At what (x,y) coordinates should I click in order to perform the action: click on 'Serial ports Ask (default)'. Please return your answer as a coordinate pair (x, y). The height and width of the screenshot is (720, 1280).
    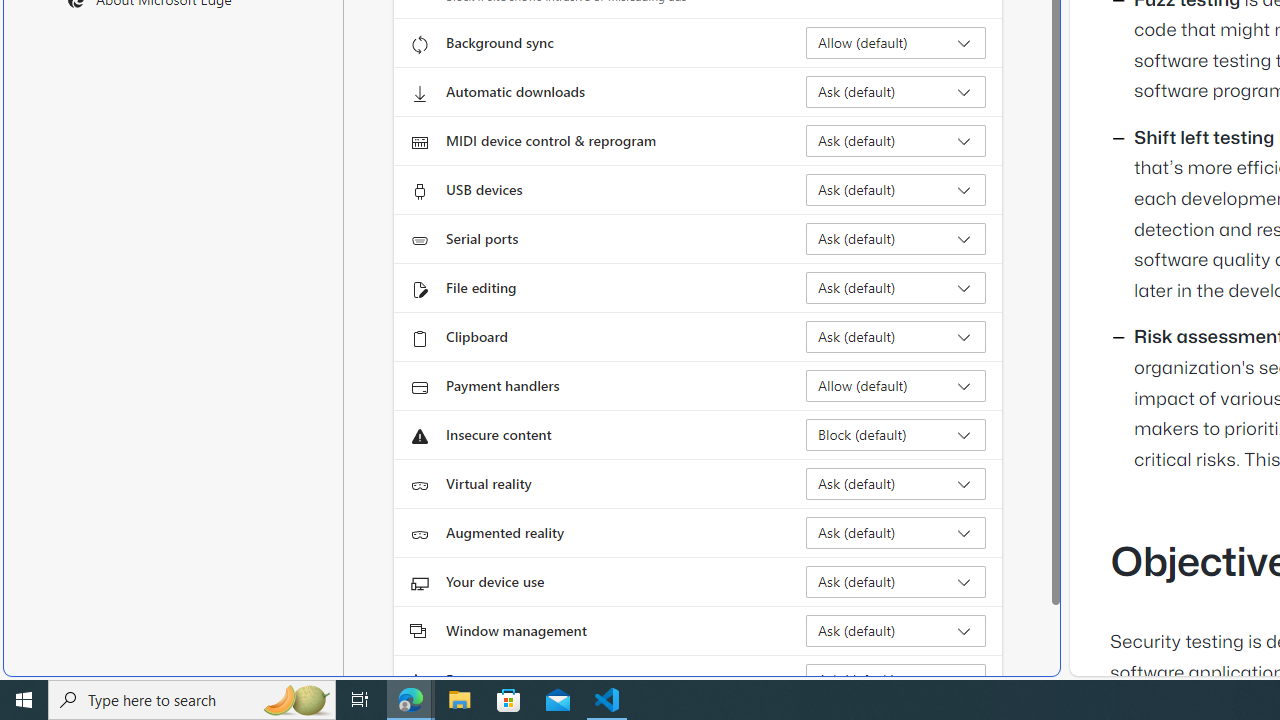
    Looking at the image, I should click on (895, 238).